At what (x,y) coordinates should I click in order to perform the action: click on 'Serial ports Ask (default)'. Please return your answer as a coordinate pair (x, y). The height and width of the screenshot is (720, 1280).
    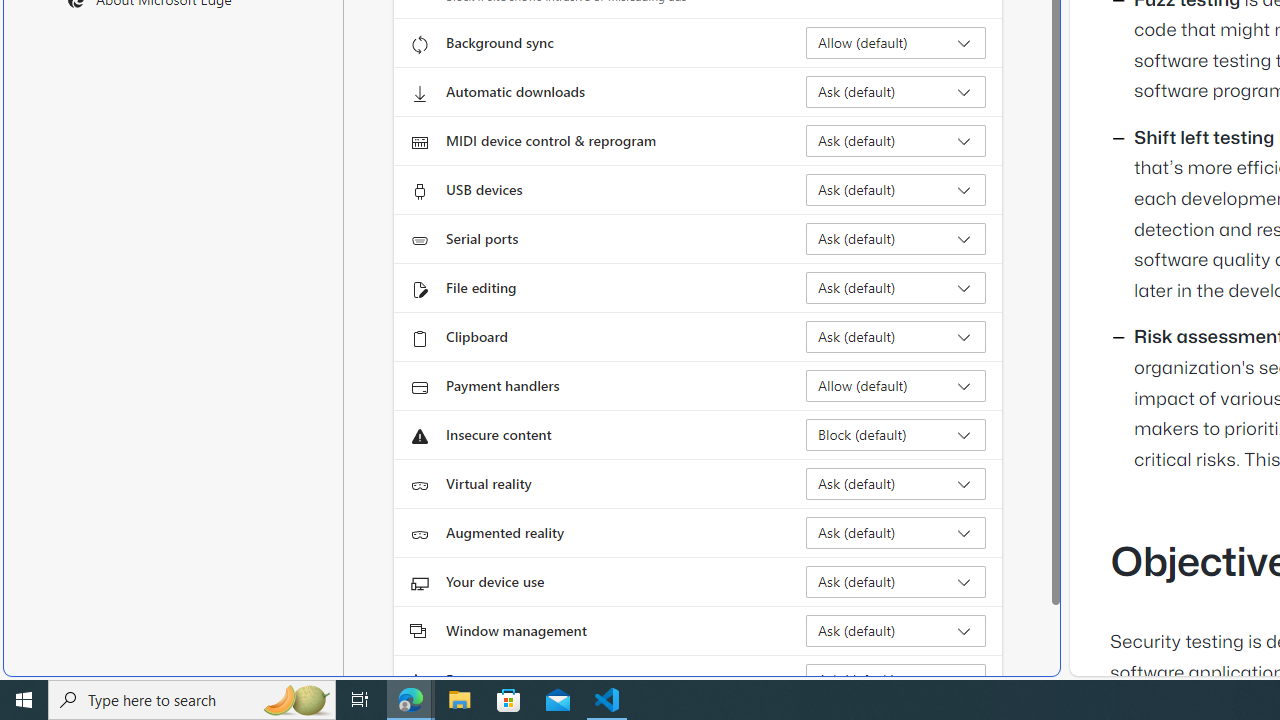
    Looking at the image, I should click on (895, 238).